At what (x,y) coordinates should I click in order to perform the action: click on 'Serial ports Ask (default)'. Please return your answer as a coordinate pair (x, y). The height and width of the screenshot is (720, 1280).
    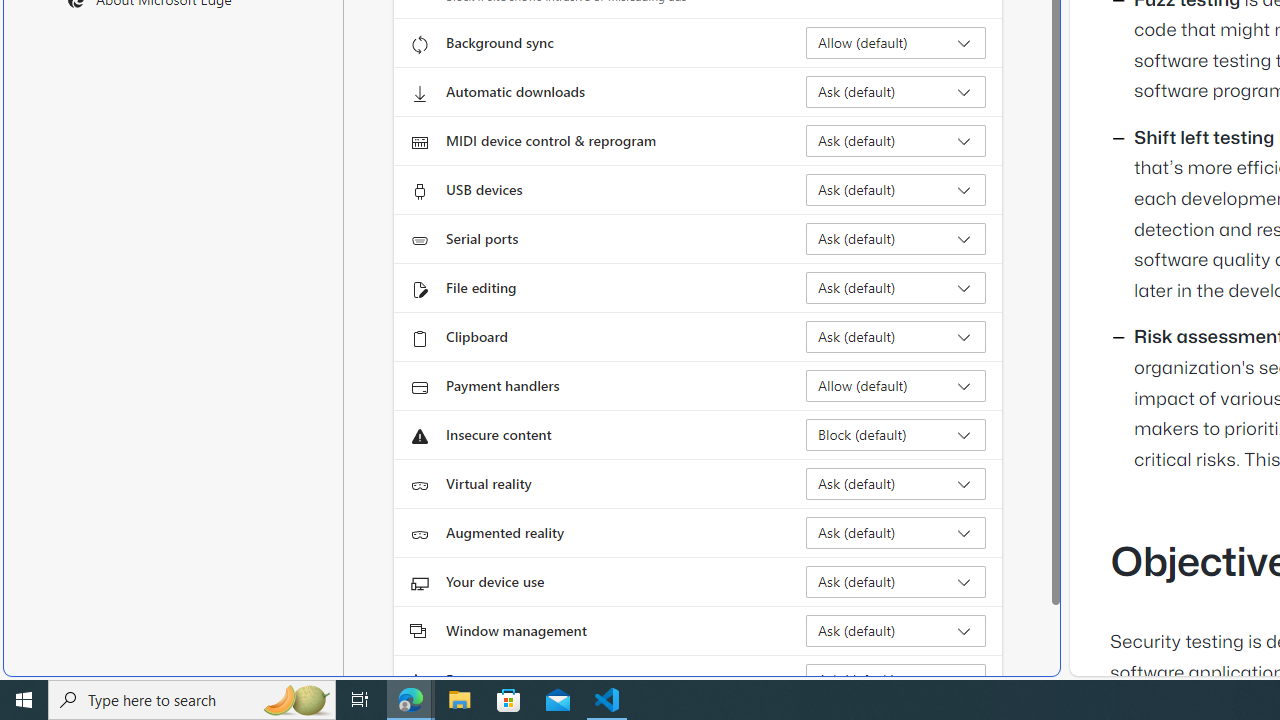
    Looking at the image, I should click on (895, 238).